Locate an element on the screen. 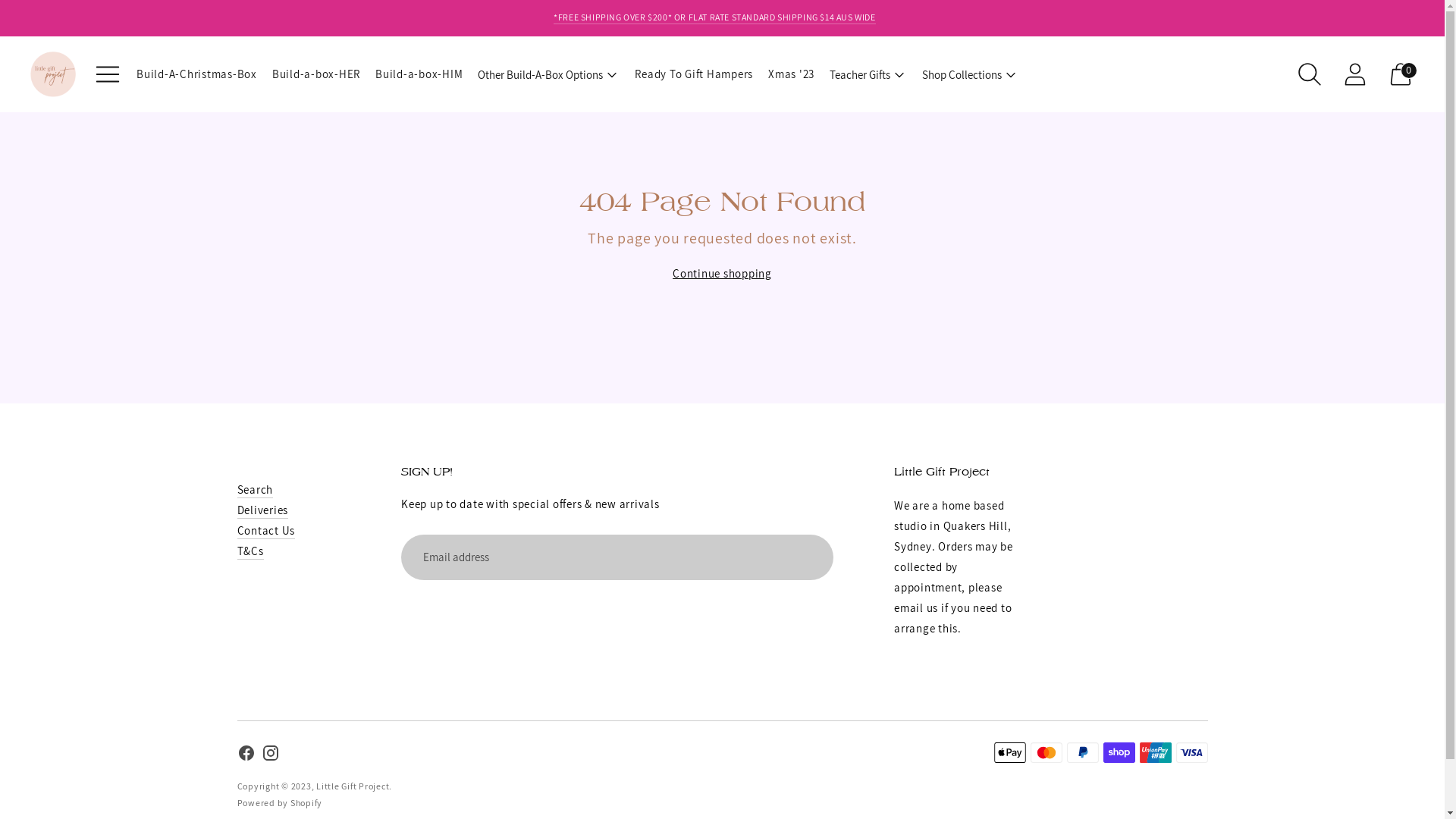 The height and width of the screenshot is (819, 1456). 'Shop Collections' is located at coordinates (969, 74).